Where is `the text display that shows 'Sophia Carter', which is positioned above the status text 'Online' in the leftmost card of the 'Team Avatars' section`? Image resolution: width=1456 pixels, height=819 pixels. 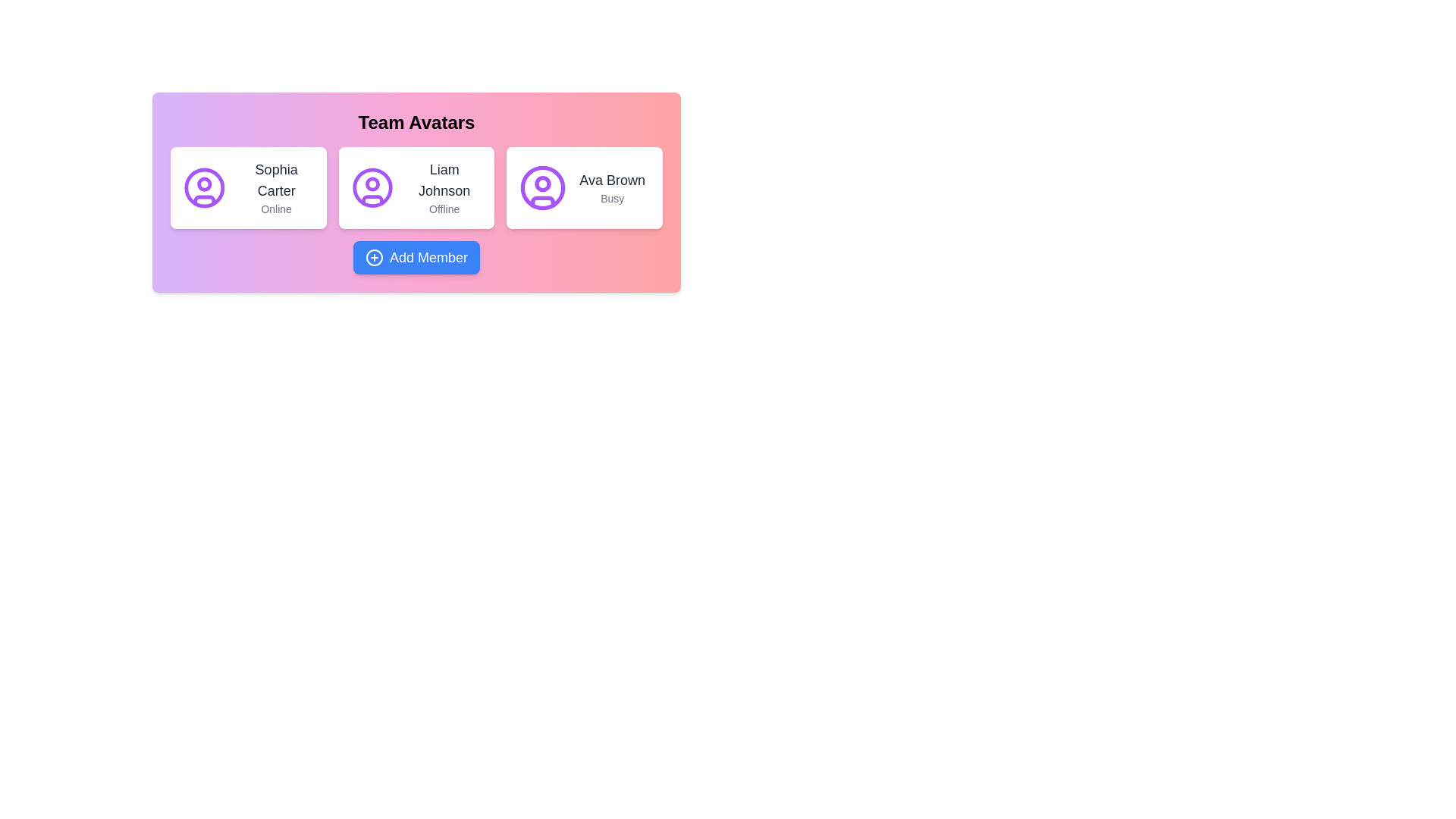
the text display that shows 'Sophia Carter', which is positioned above the status text 'Online' in the leftmost card of the 'Team Avatars' section is located at coordinates (276, 180).